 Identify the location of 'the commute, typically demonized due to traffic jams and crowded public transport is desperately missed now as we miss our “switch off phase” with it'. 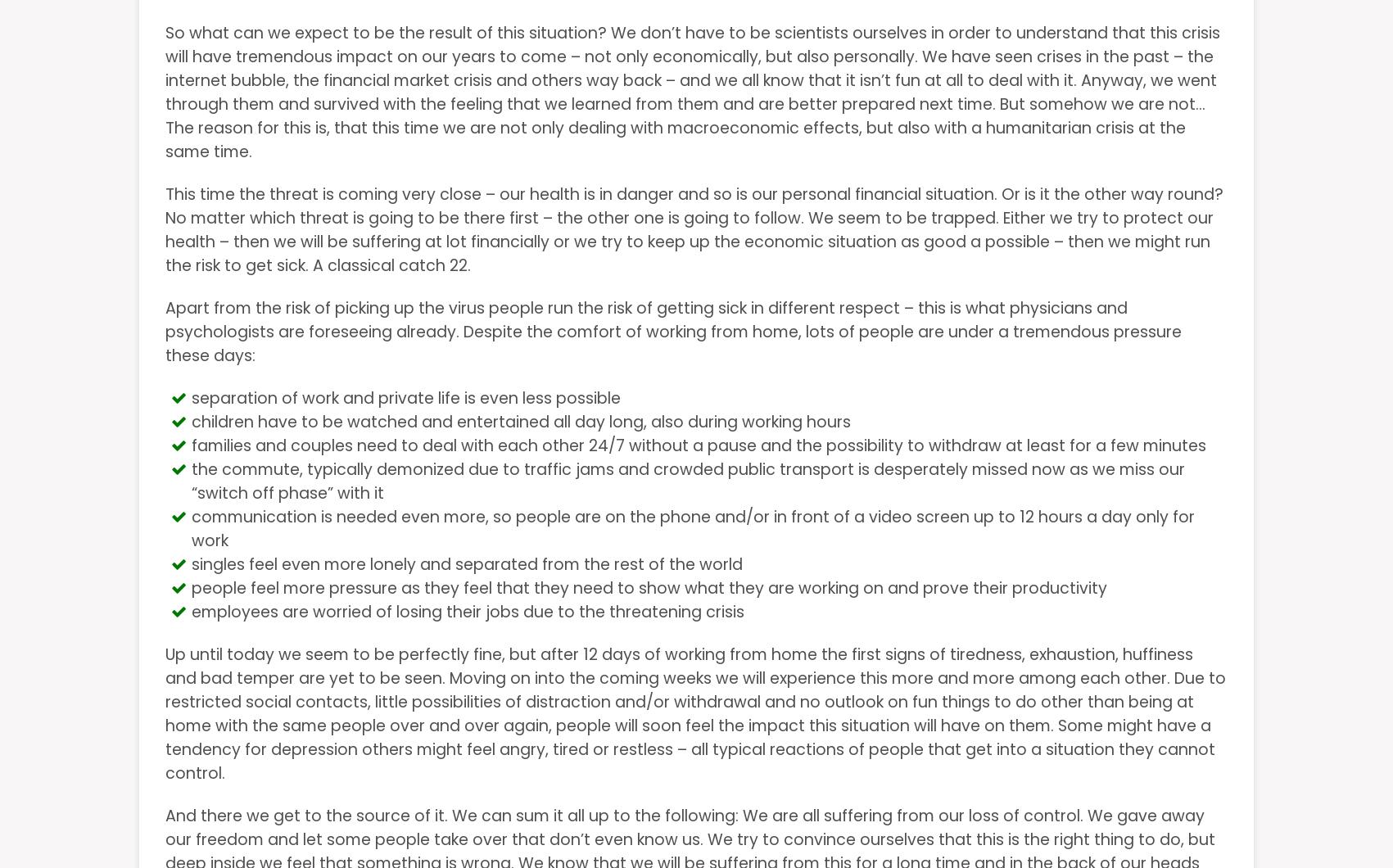
(688, 481).